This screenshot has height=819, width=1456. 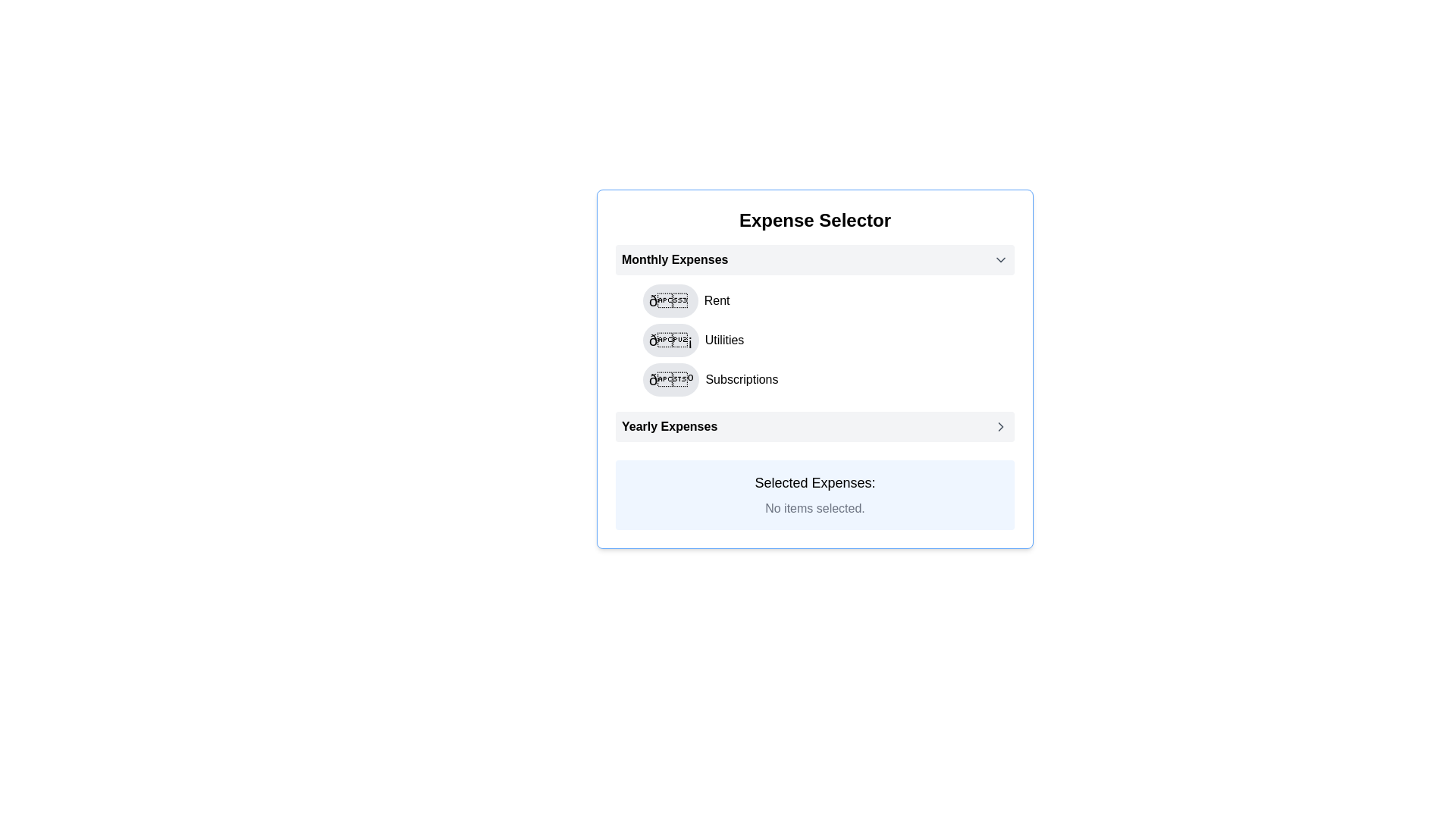 I want to click on the downward arrow-shaped icon located on the upper-right side of the 'Monthly Expenses' section header, adjacent to the text 'Monthly Expenses', so click(x=1001, y=259).